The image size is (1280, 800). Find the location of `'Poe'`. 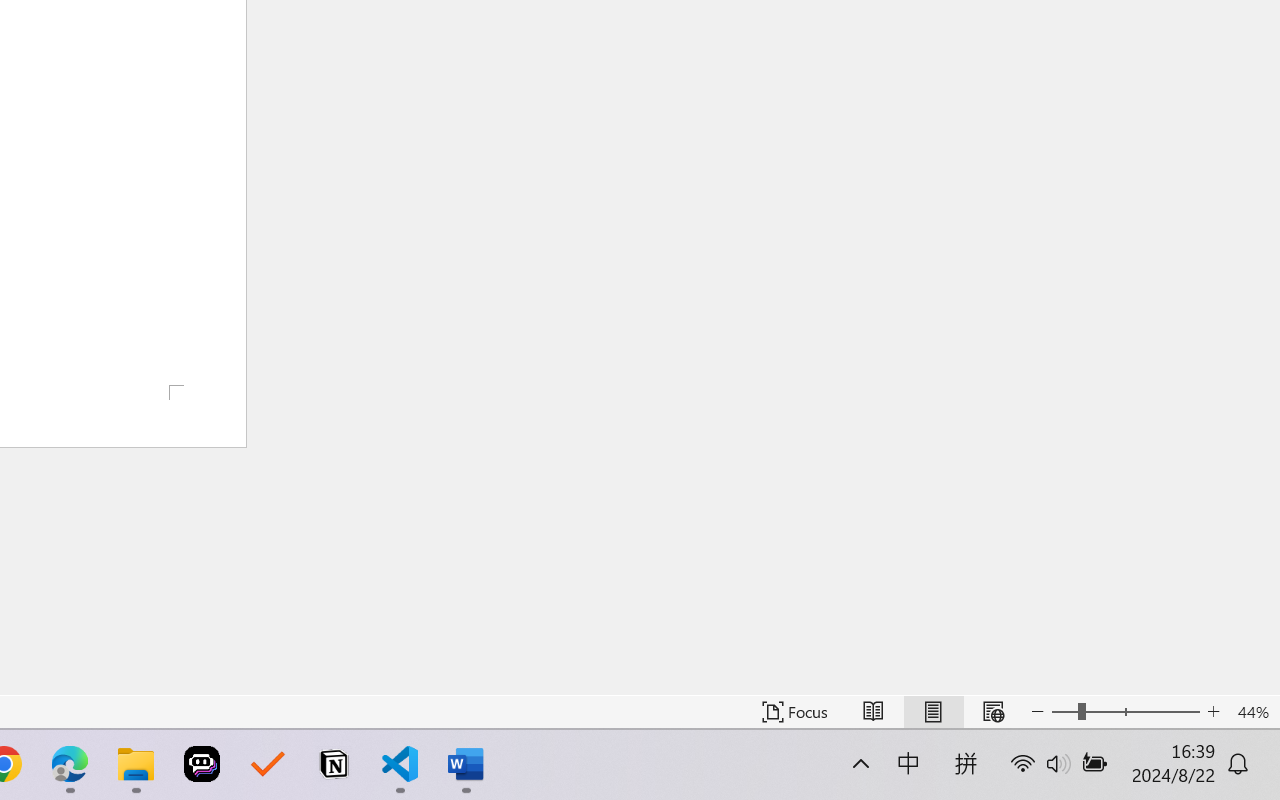

'Poe' is located at coordinates (202, 764).